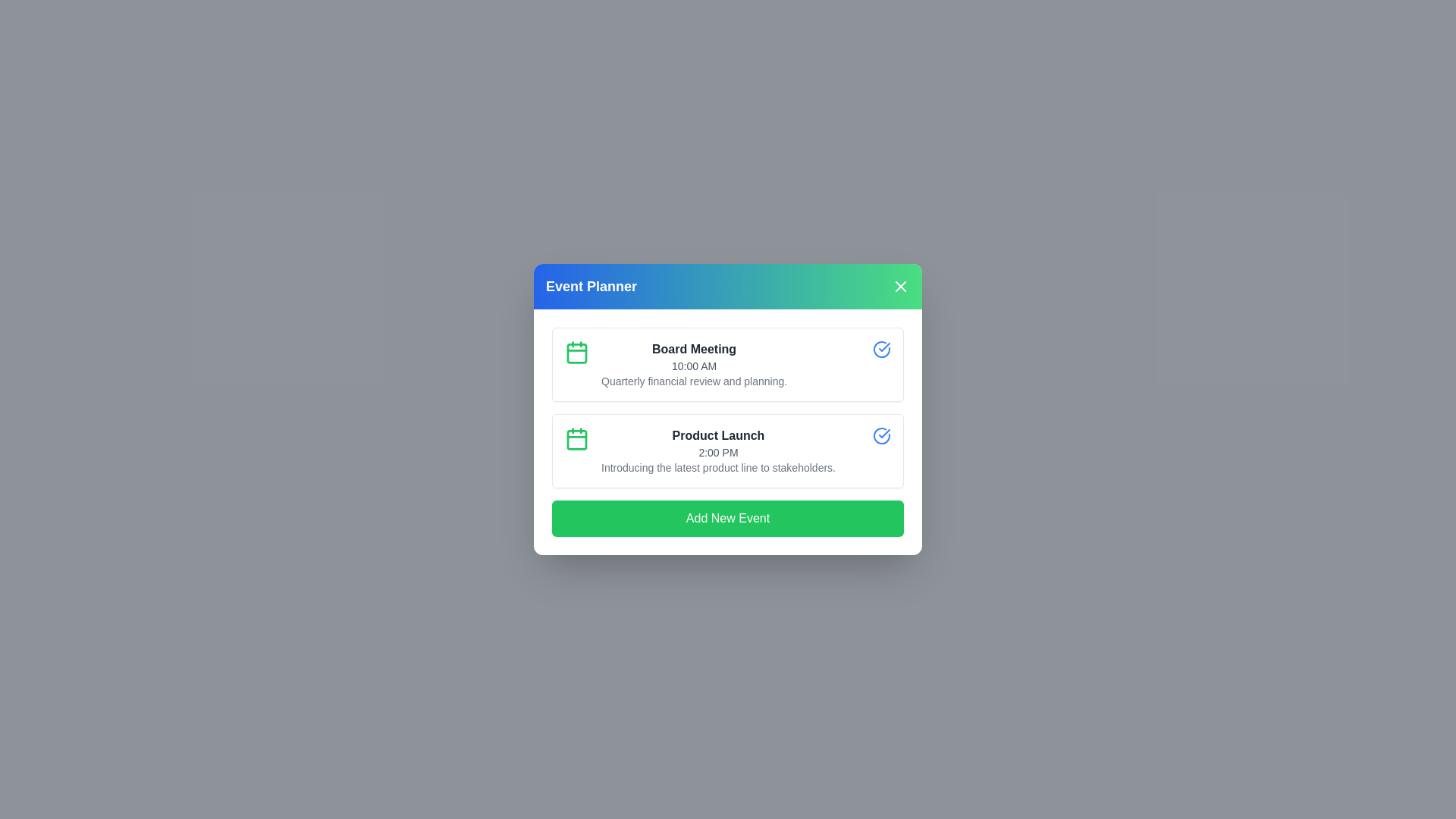 The image size is (1456, 819). I want to click on the 'Add New Event' button, which is a rectangular button with a green background and white text, located at the bottom of the 'Event Planner' section, so click(728, 517).